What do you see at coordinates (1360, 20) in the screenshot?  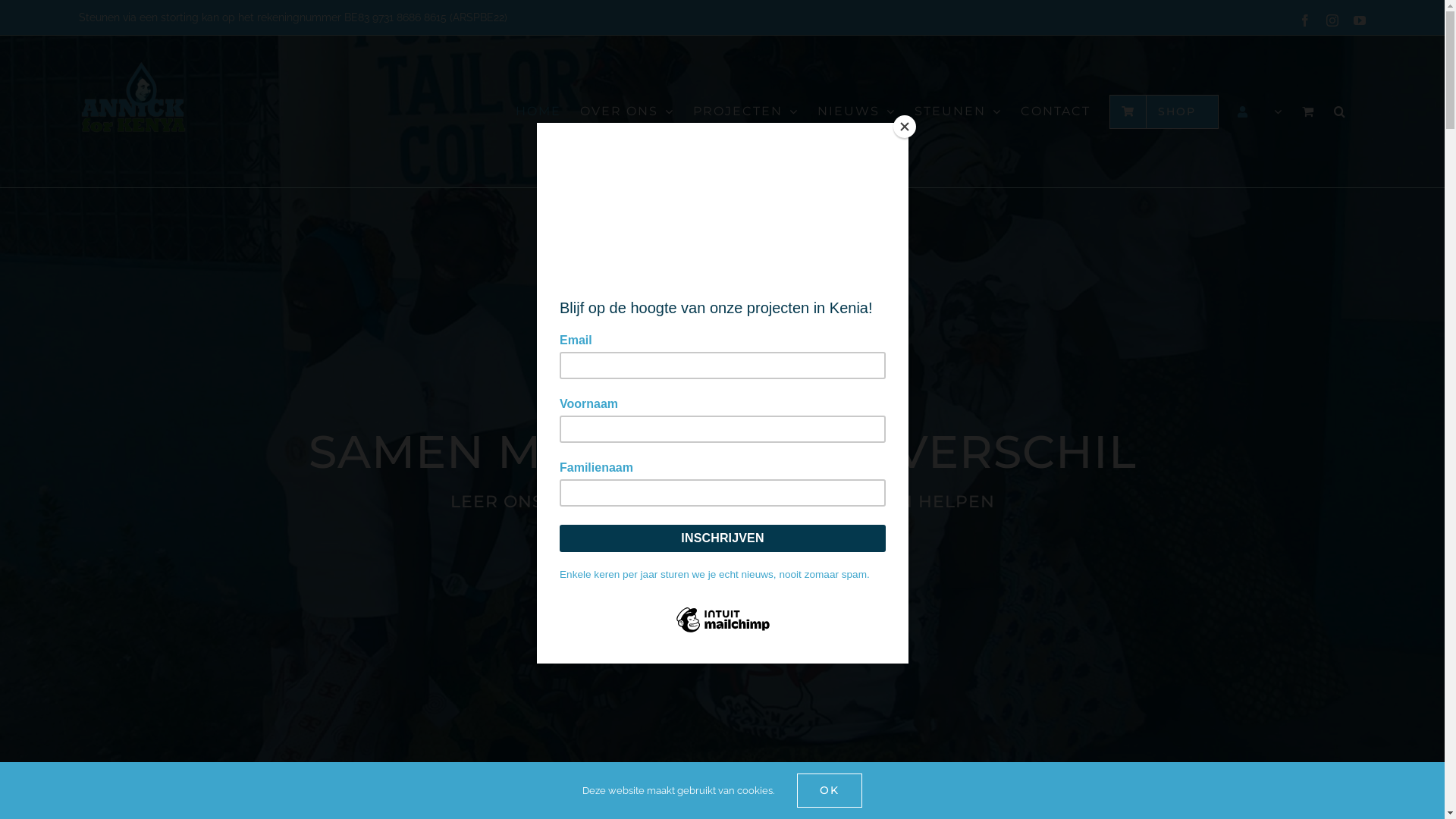 I see `'YouTube'` at bounding box center [1360, 20].